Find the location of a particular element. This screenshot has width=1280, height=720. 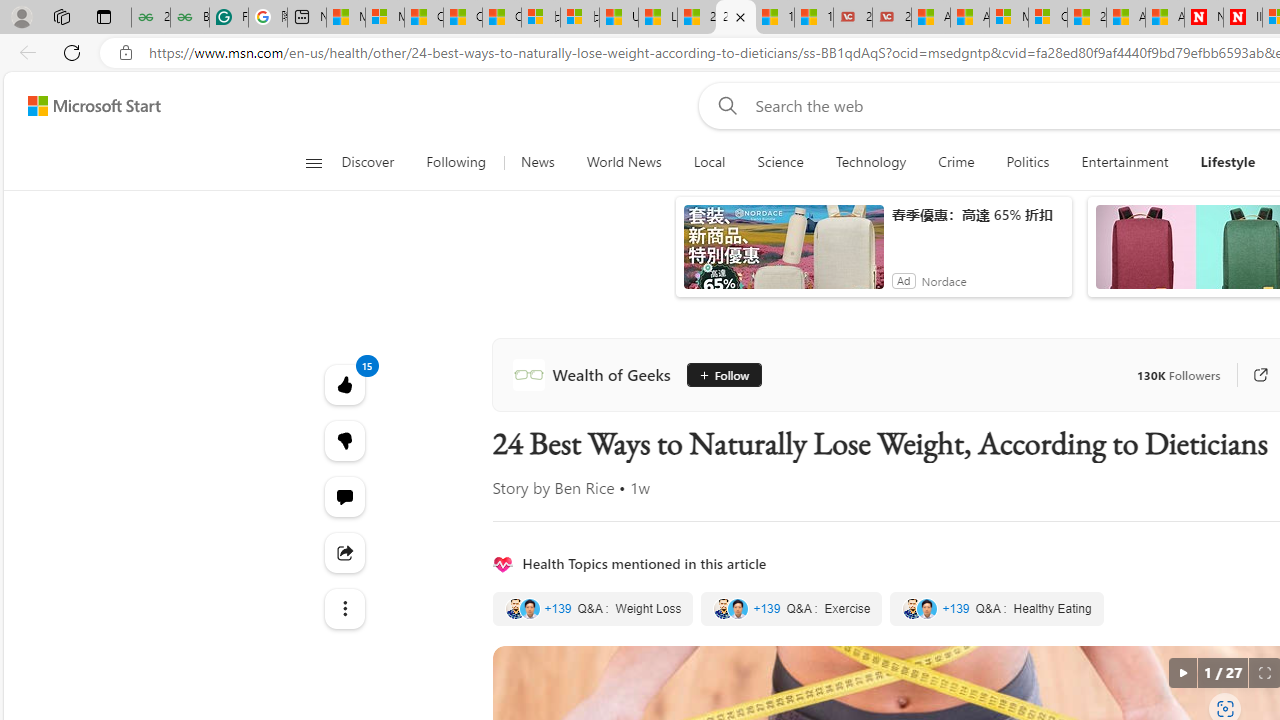

'Free AI Writing Assistance for Students | Grammarly' is located at coordinates (229, 17).